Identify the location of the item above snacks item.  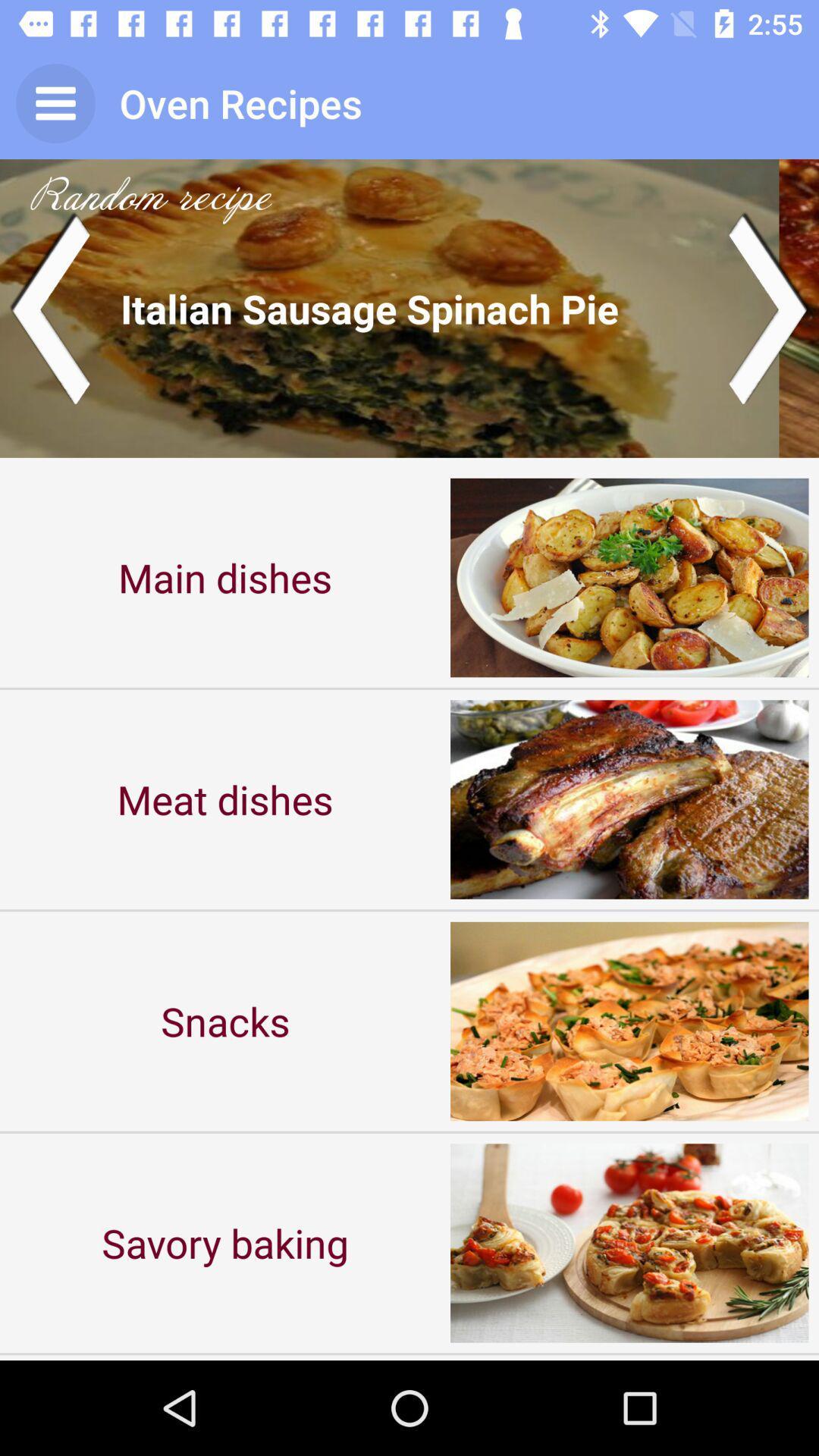
(225, 799).